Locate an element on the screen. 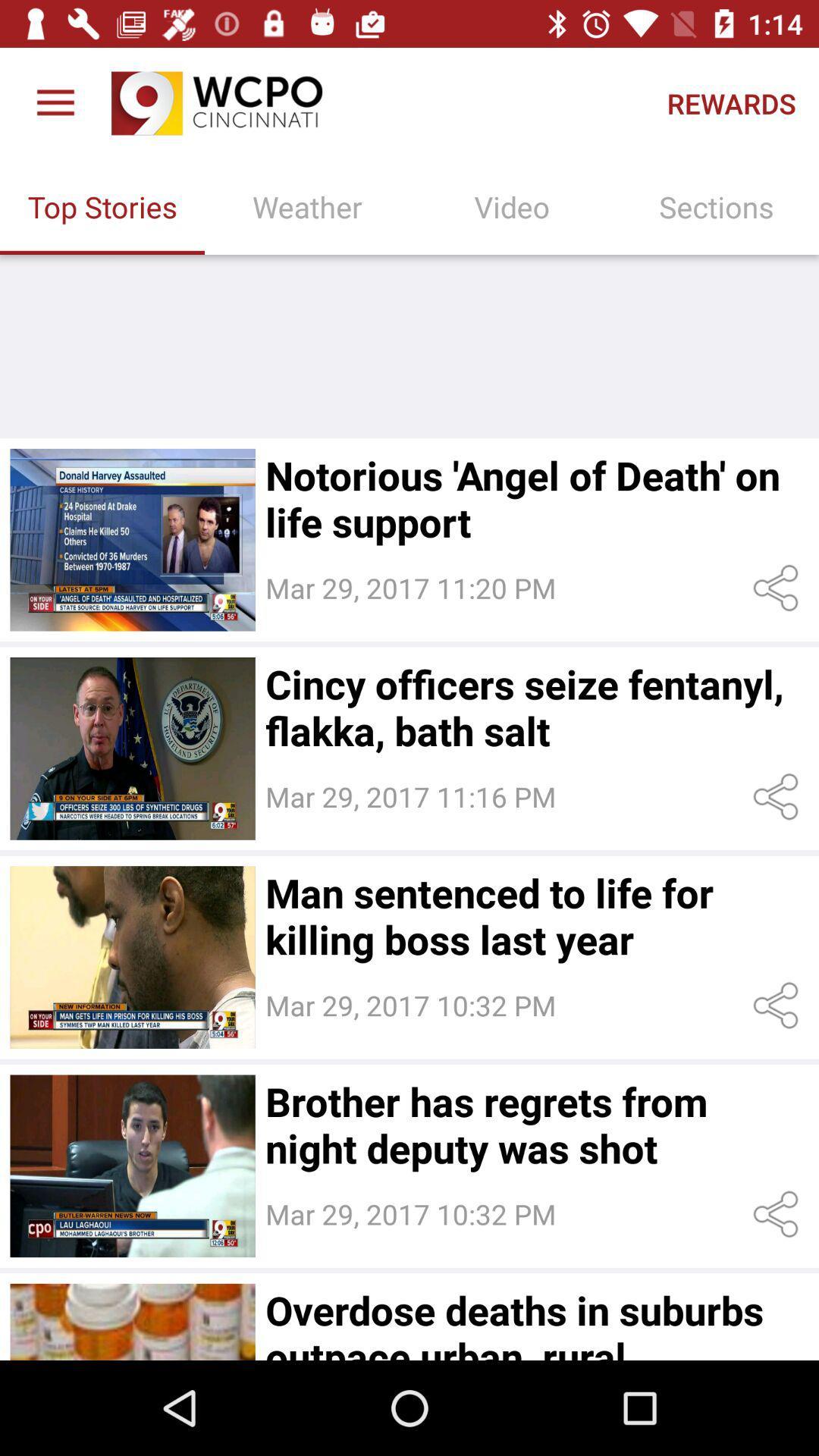  video is located at coordinates (132, 1165).